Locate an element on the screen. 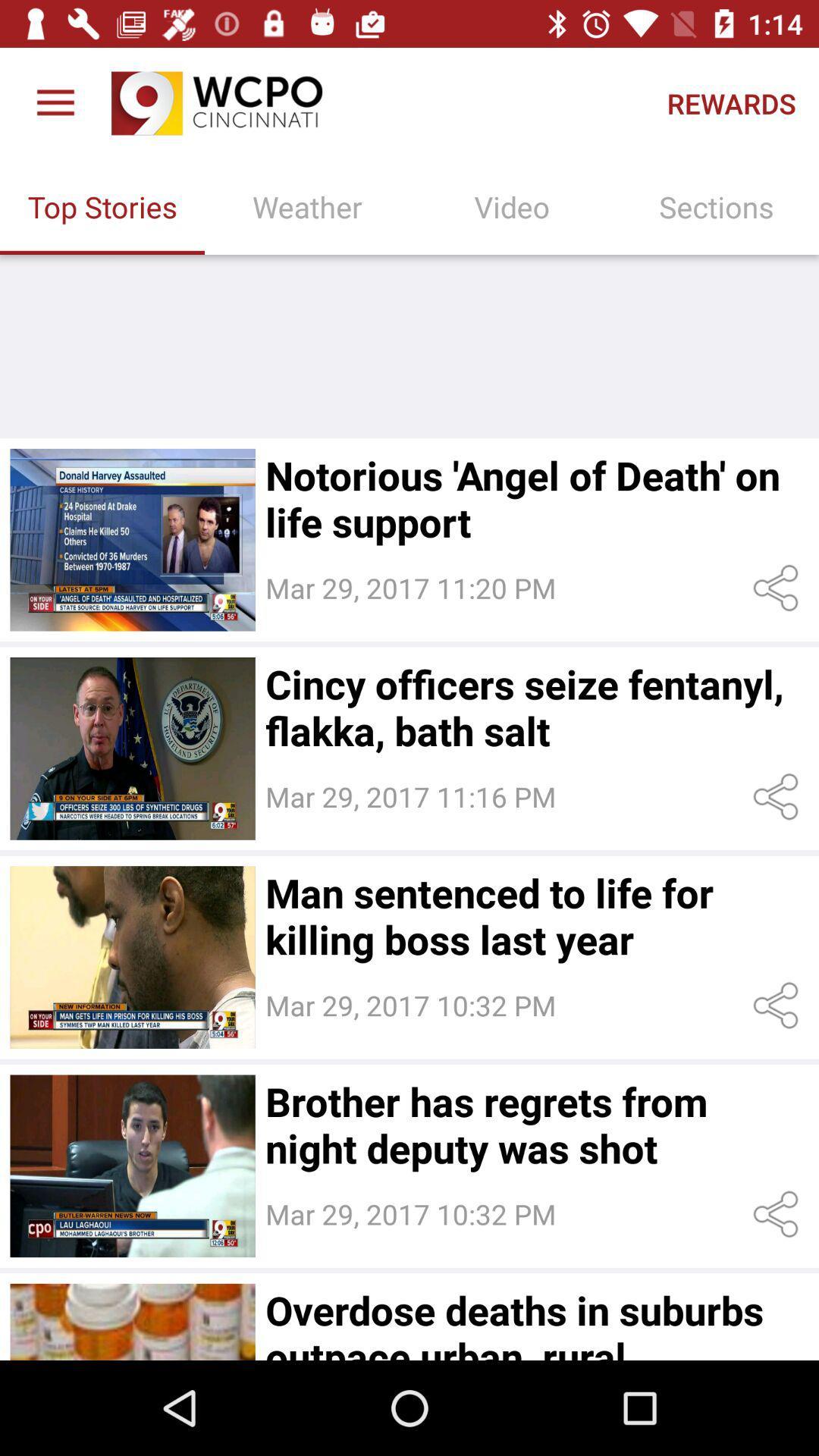  video is located at coordinates (132, 1165).